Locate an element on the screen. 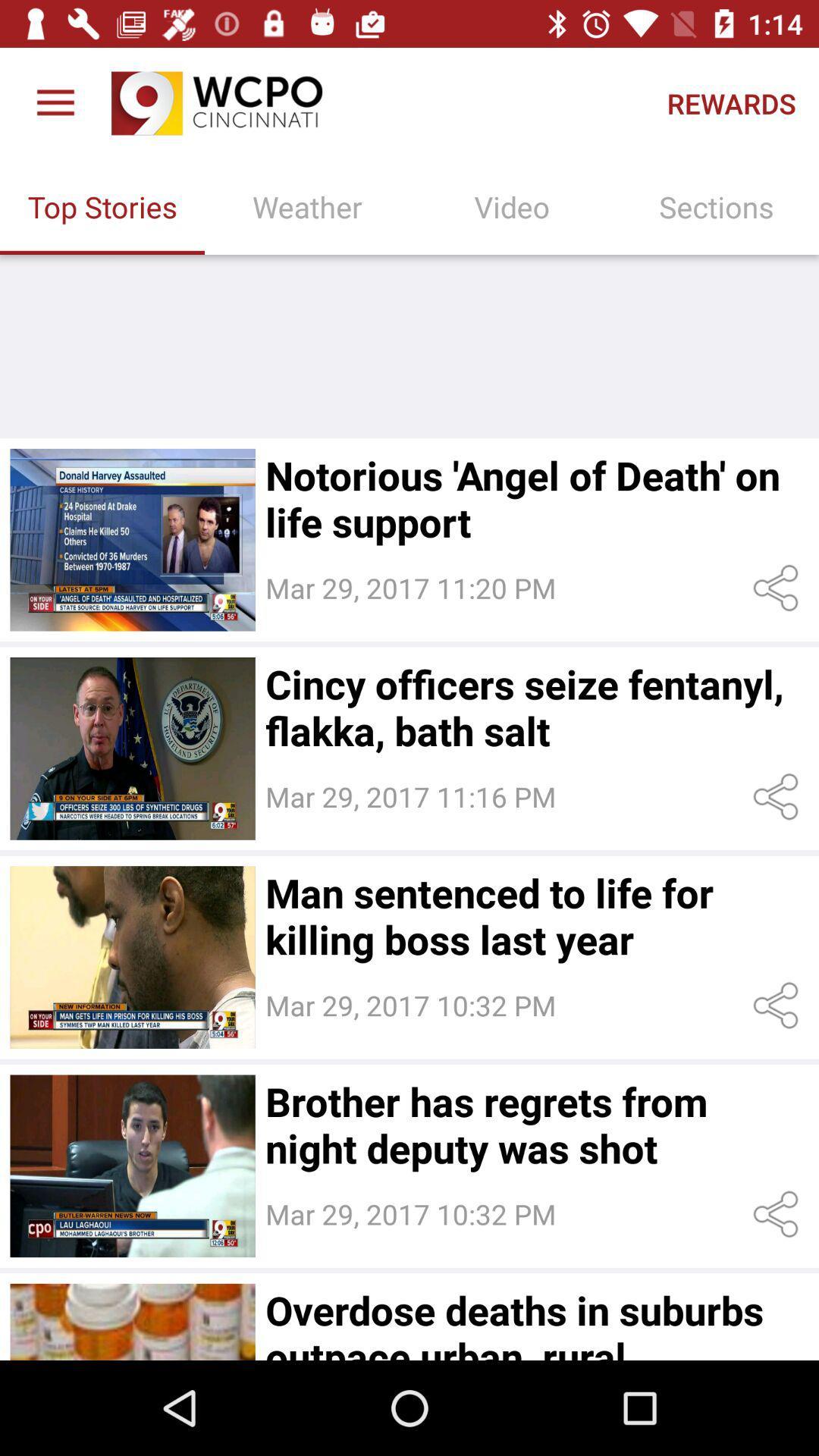  video is located at coordinates (132, 1165).